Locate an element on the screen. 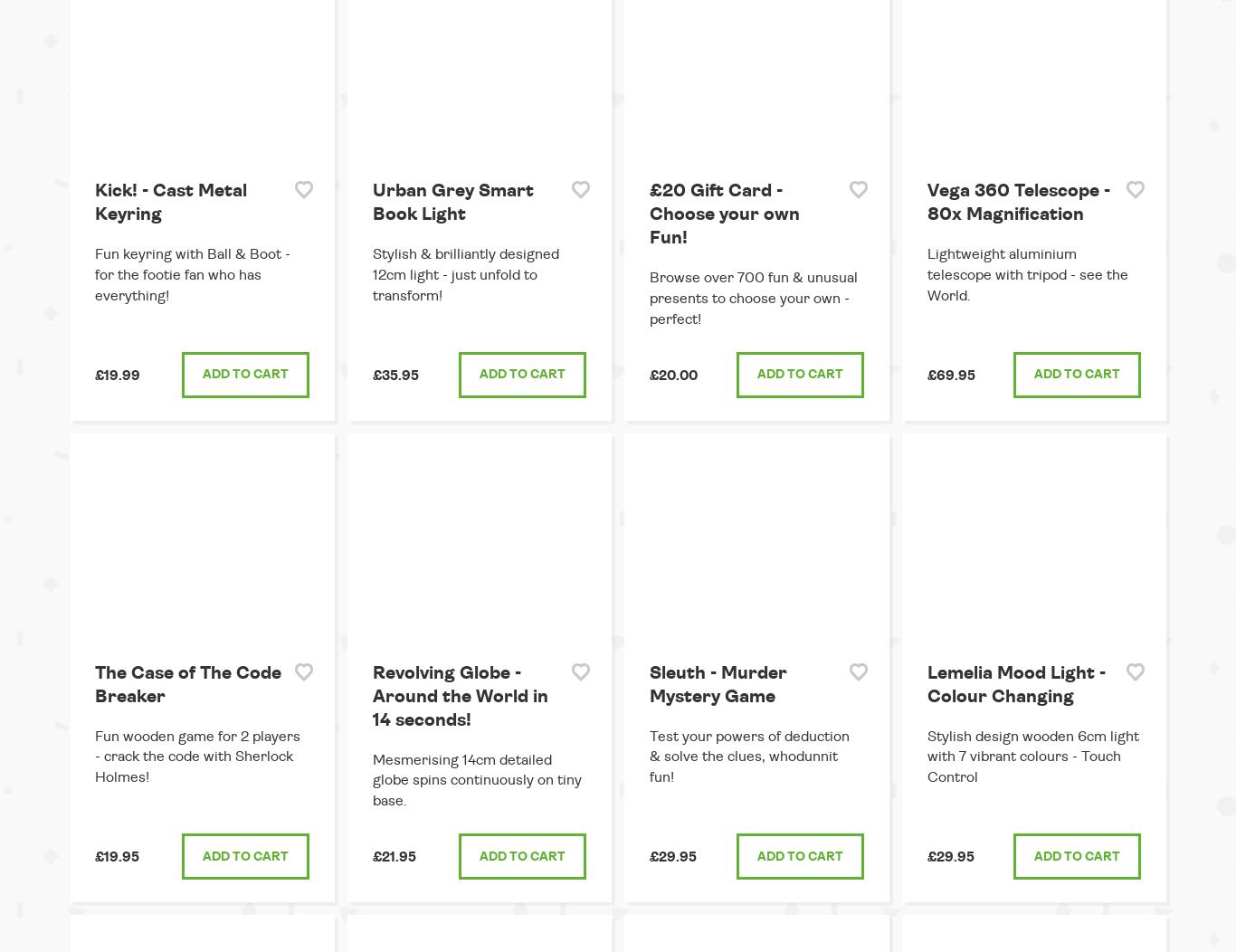  '£69.95' is located at coordinates (949, 374).